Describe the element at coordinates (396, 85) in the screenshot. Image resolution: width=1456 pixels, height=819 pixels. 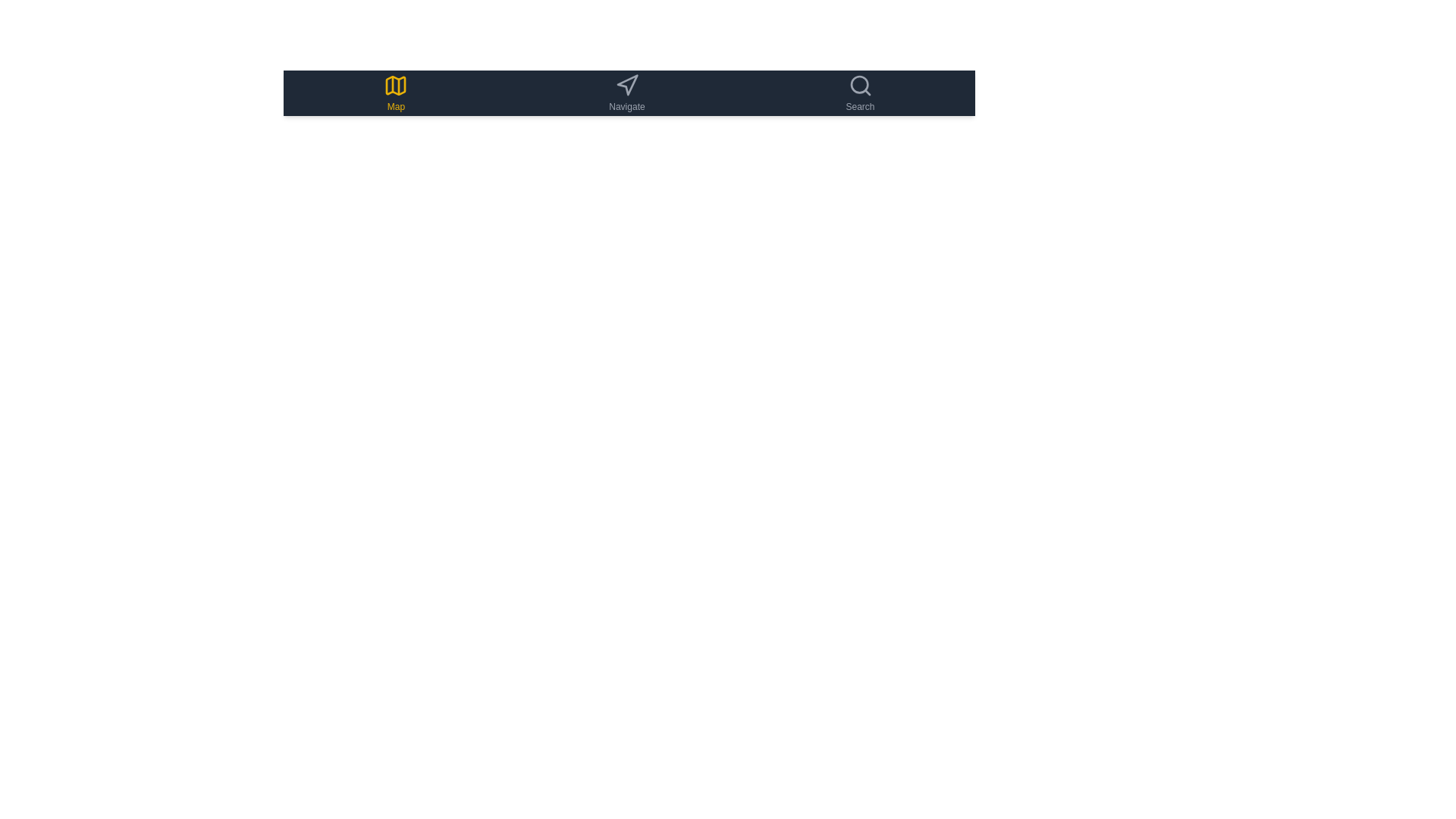
I see `the main body of the map icon, which is styled with a yellow outline and located` at that location.